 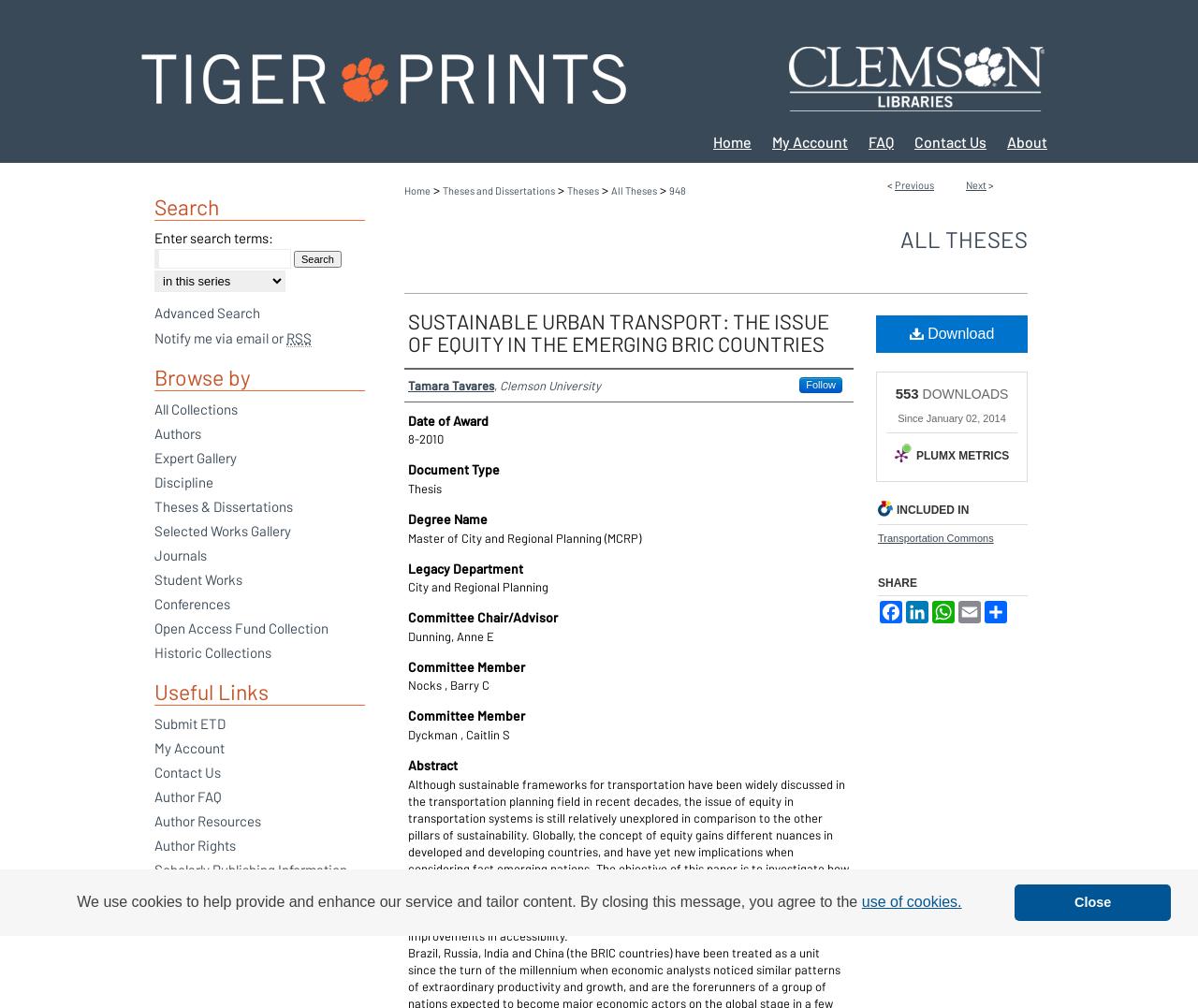 What do you see at coordinates (549, 384) in the screenshot?
I see `'Clemson University'` at bounding box center [549, 384].